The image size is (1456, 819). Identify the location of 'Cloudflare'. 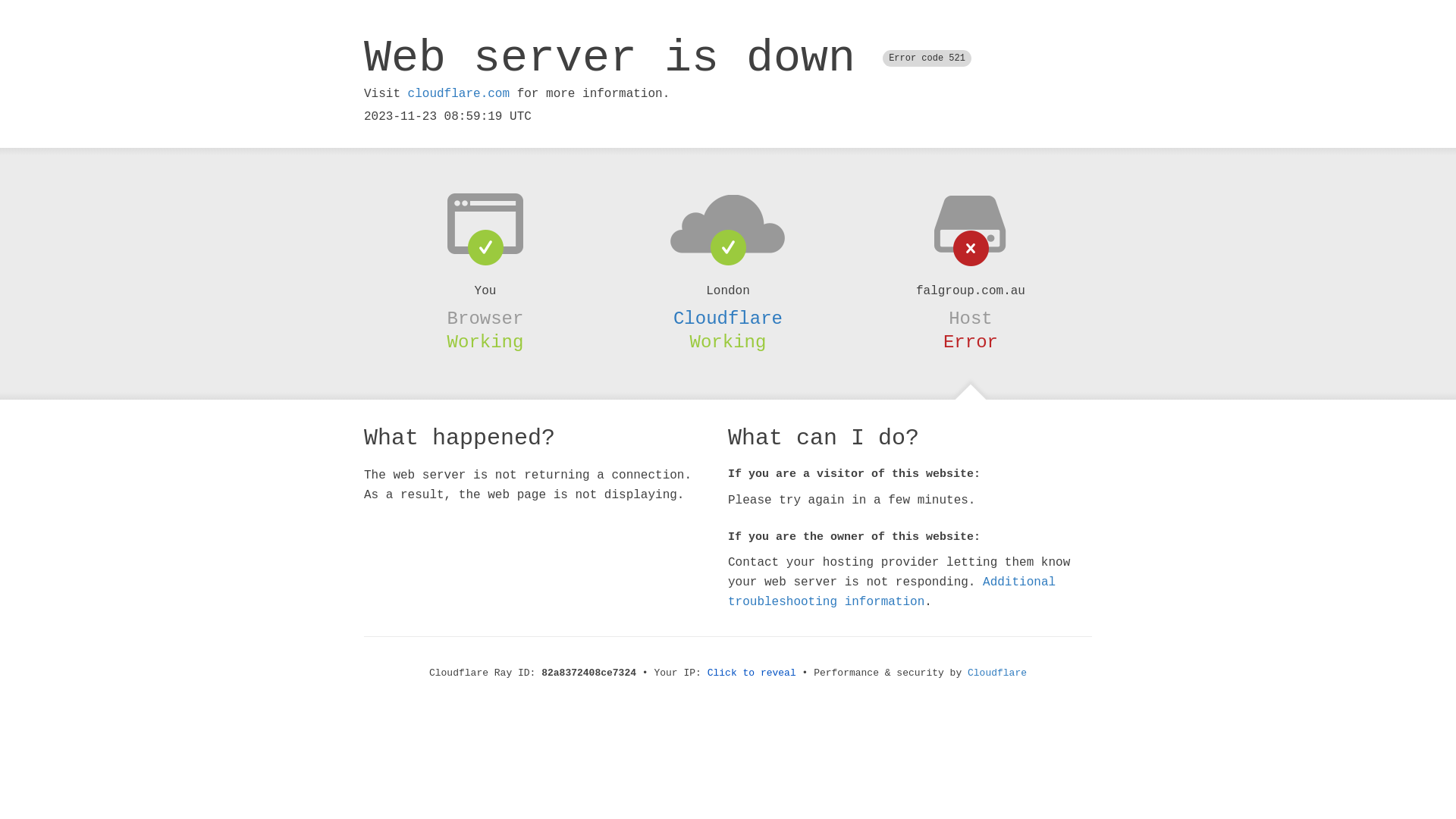
(728, 318).